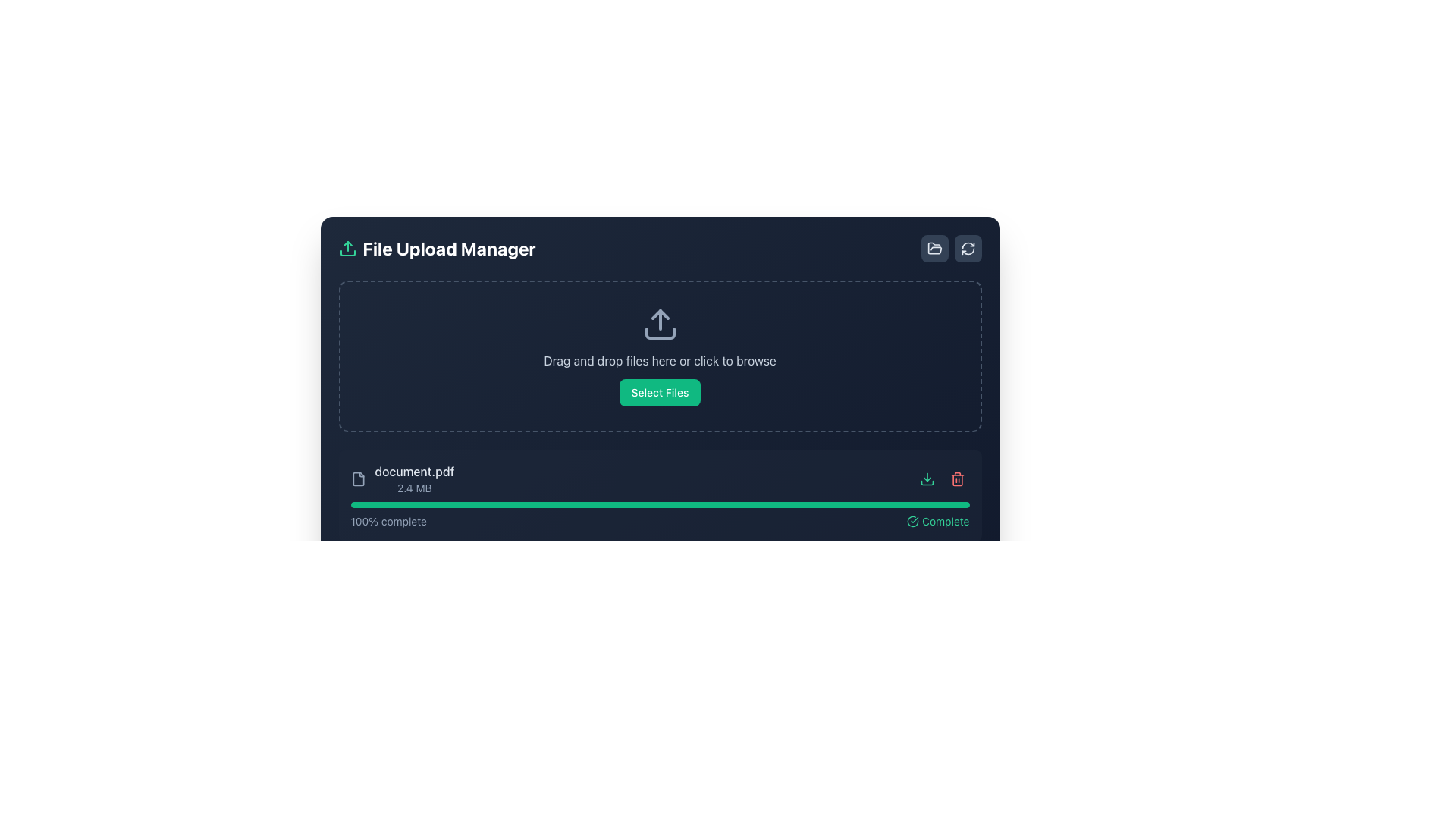 The image size is (1456, 819). Describe the element at coordinates (967, 247) in the screenshot. I see `the refresh button with SVG icon located in the top-right corner of the interface` at that location.